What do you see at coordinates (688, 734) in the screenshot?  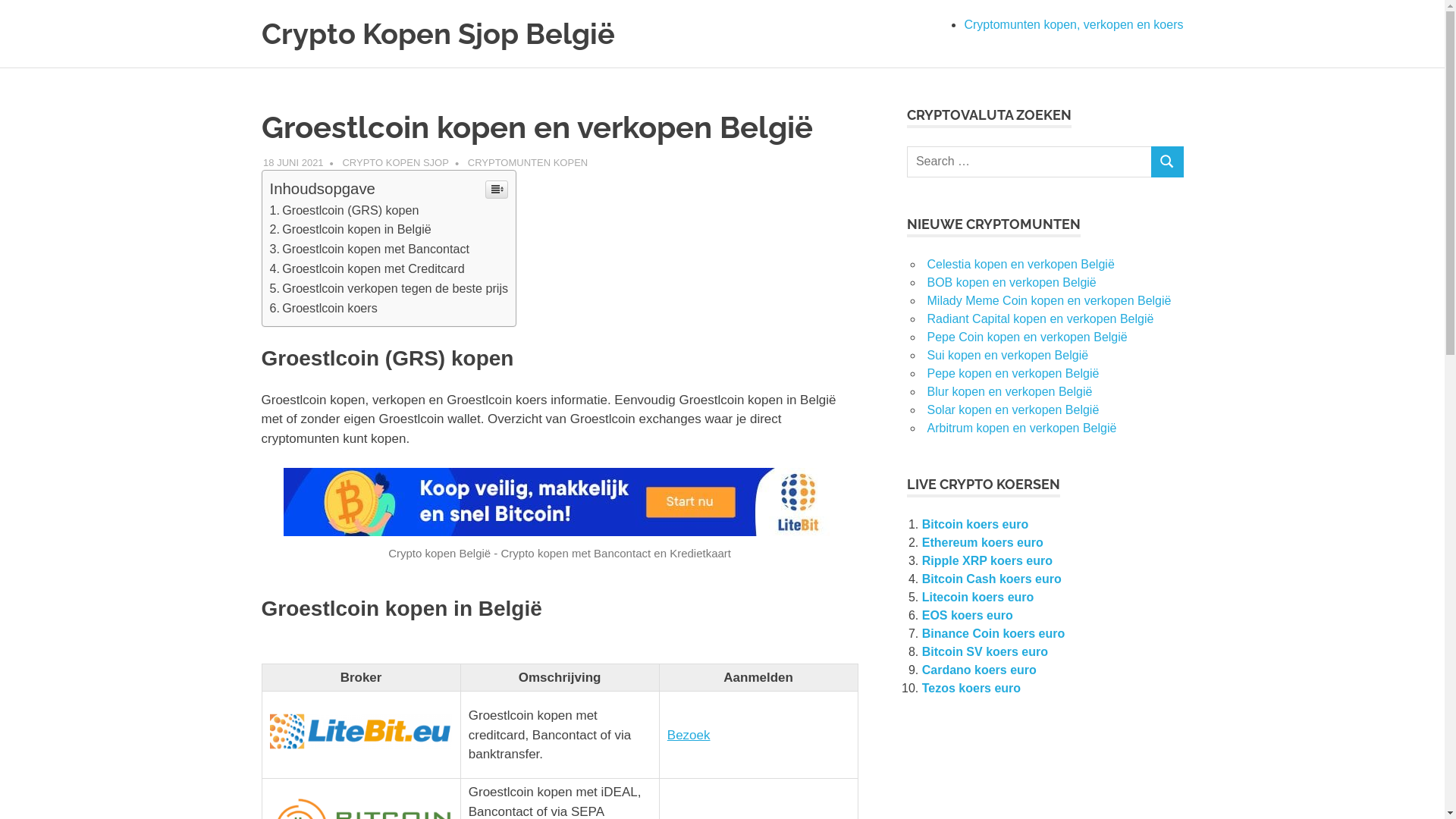 I see `'Bezoek'` at bounding box center [688, 734].